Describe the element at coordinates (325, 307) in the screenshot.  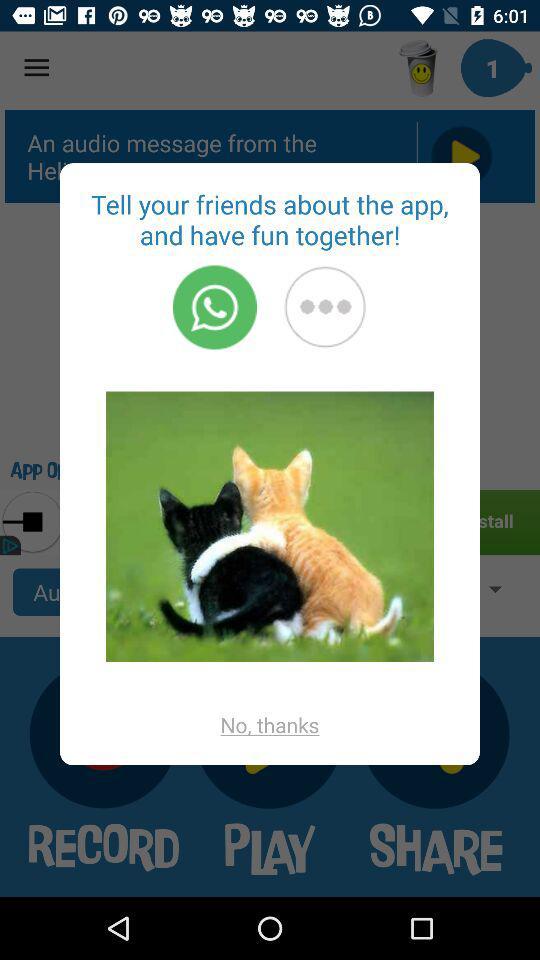
I see `to the setting options` at that location.